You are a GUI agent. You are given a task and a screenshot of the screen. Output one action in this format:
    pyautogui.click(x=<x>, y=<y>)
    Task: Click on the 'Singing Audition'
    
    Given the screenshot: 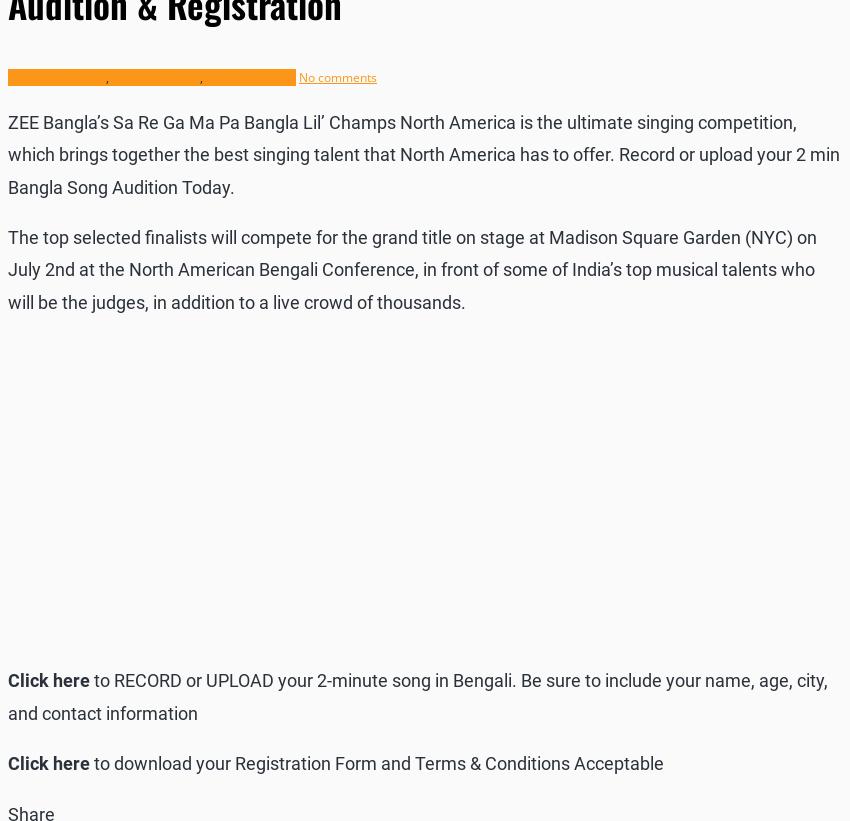 What is the action you would take?
    pyautogui.click(x=251, y=77)
    